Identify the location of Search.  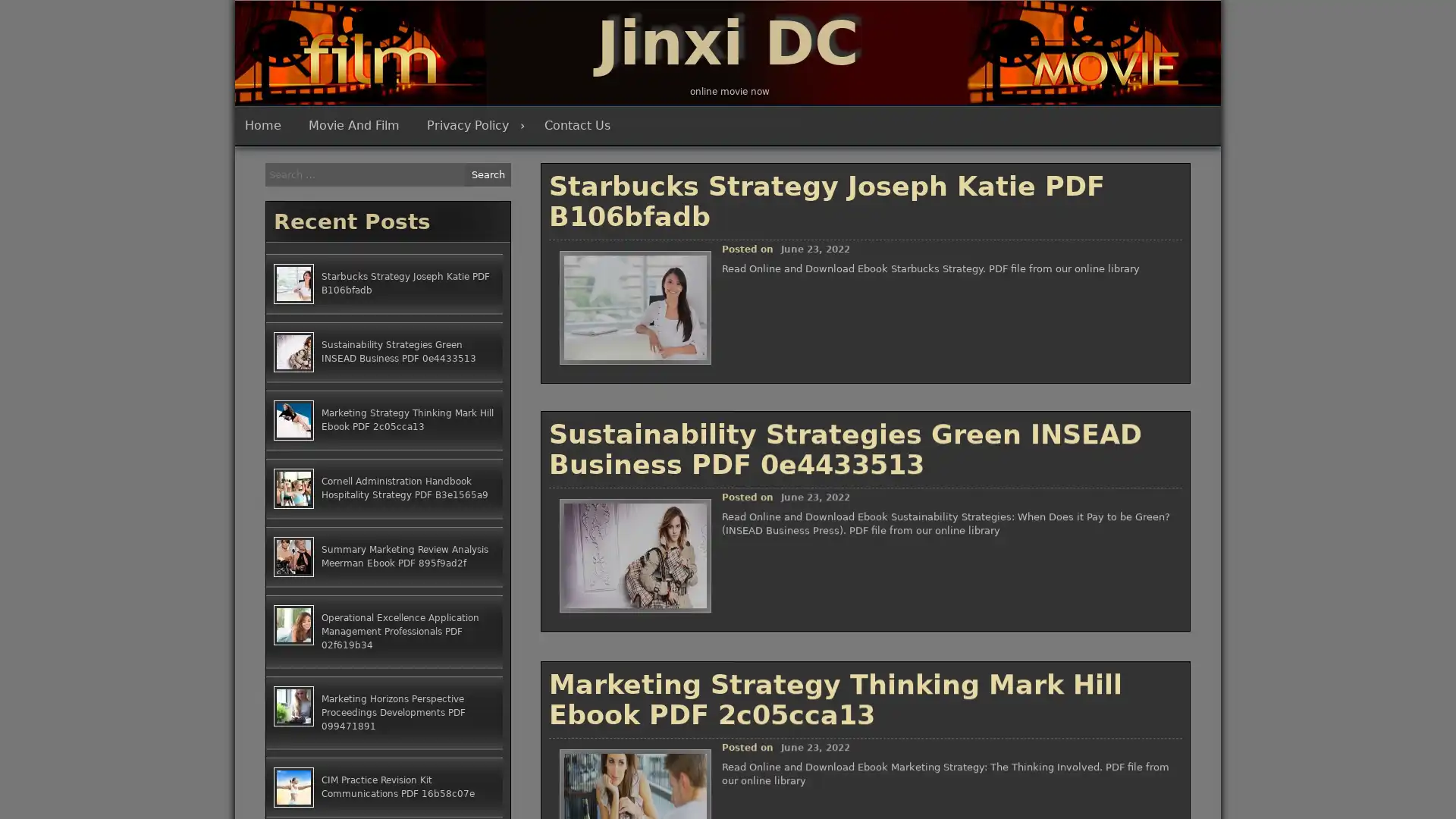
(488, 174).